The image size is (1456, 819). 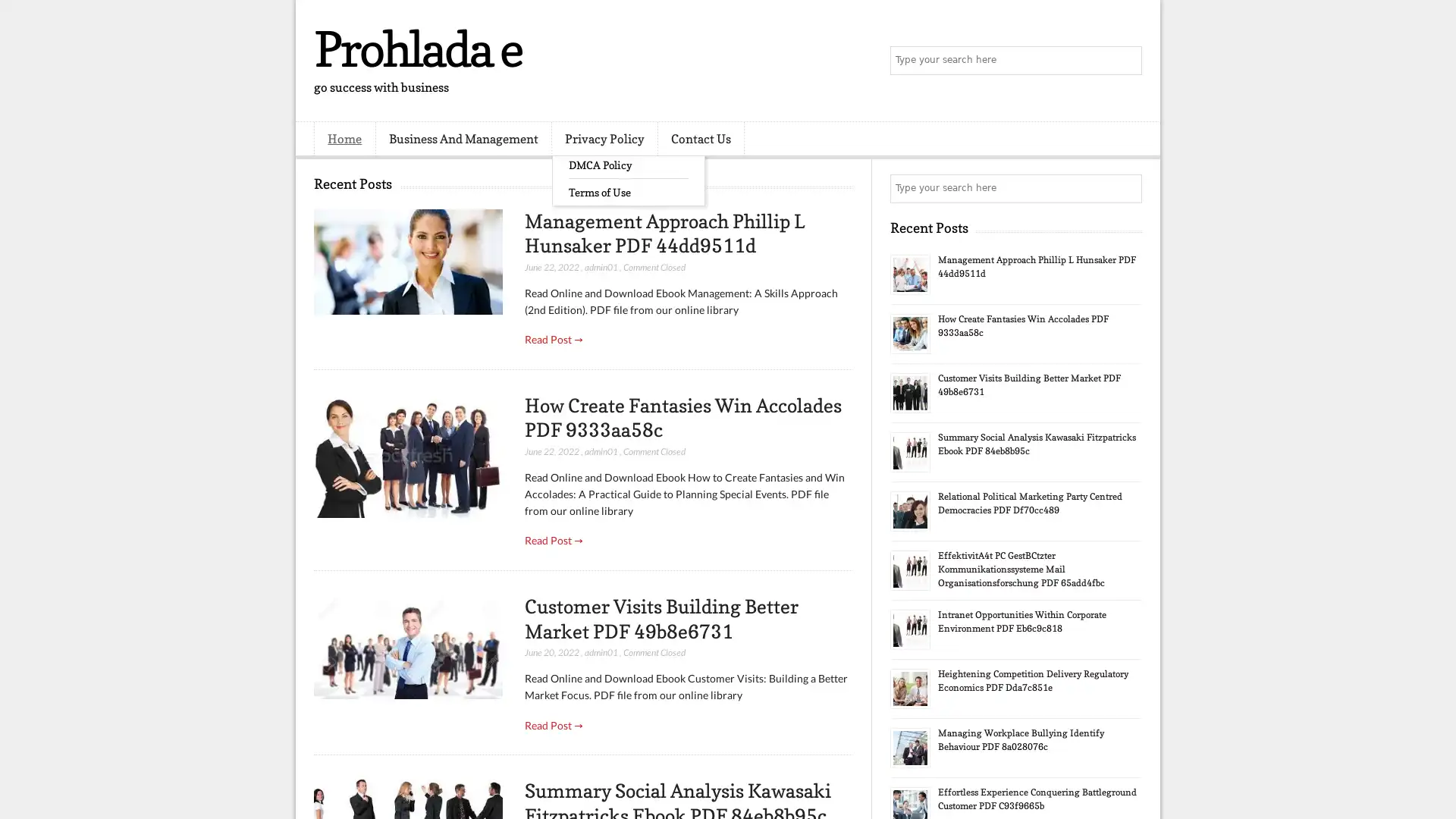 I want to click on Search, so click(x=1126, y=188).